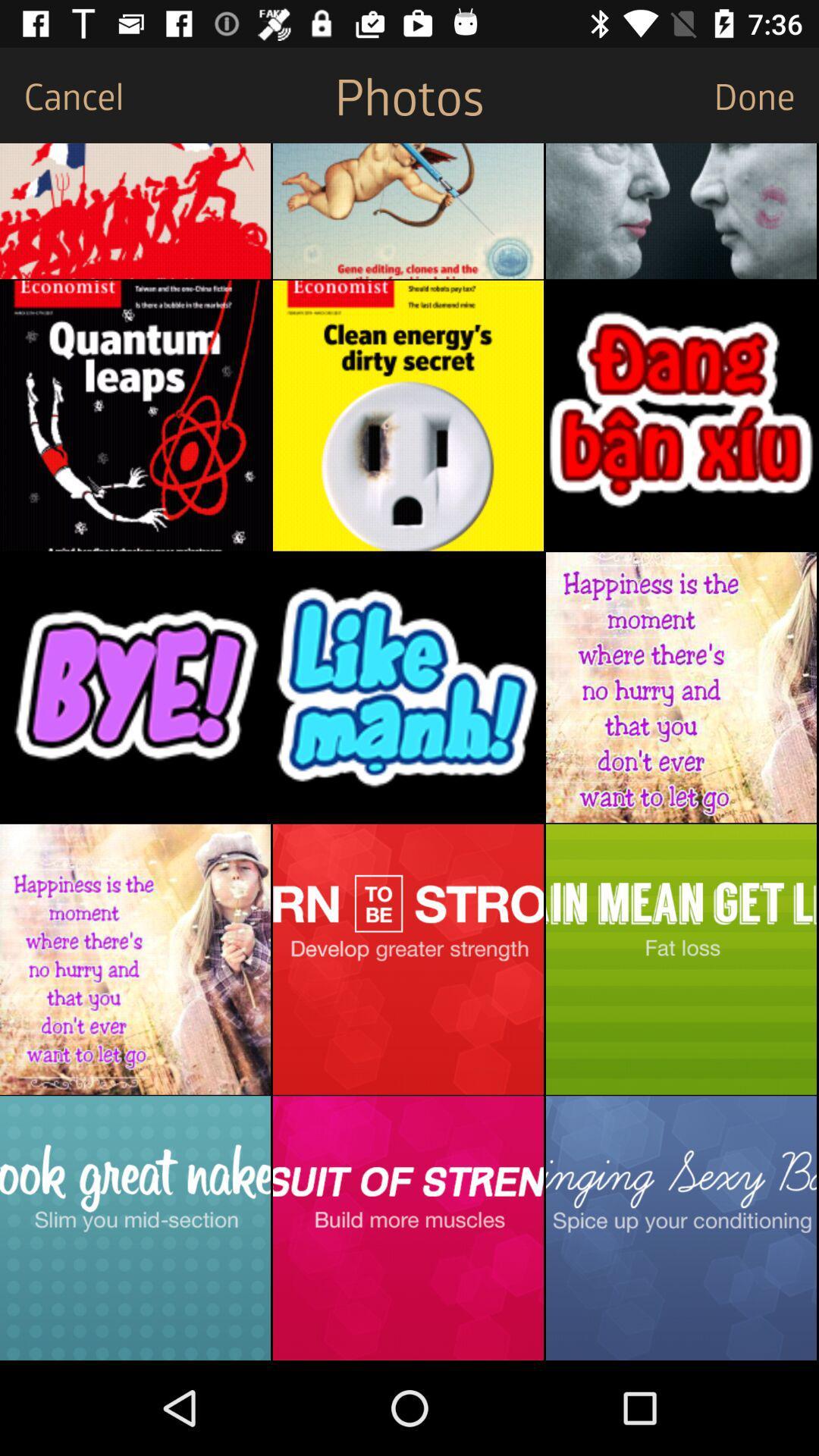 Image resolution: width=819 pixels, height=1456 pixels. I want to click on the item at the bottom left corner, so click(134, 1228).